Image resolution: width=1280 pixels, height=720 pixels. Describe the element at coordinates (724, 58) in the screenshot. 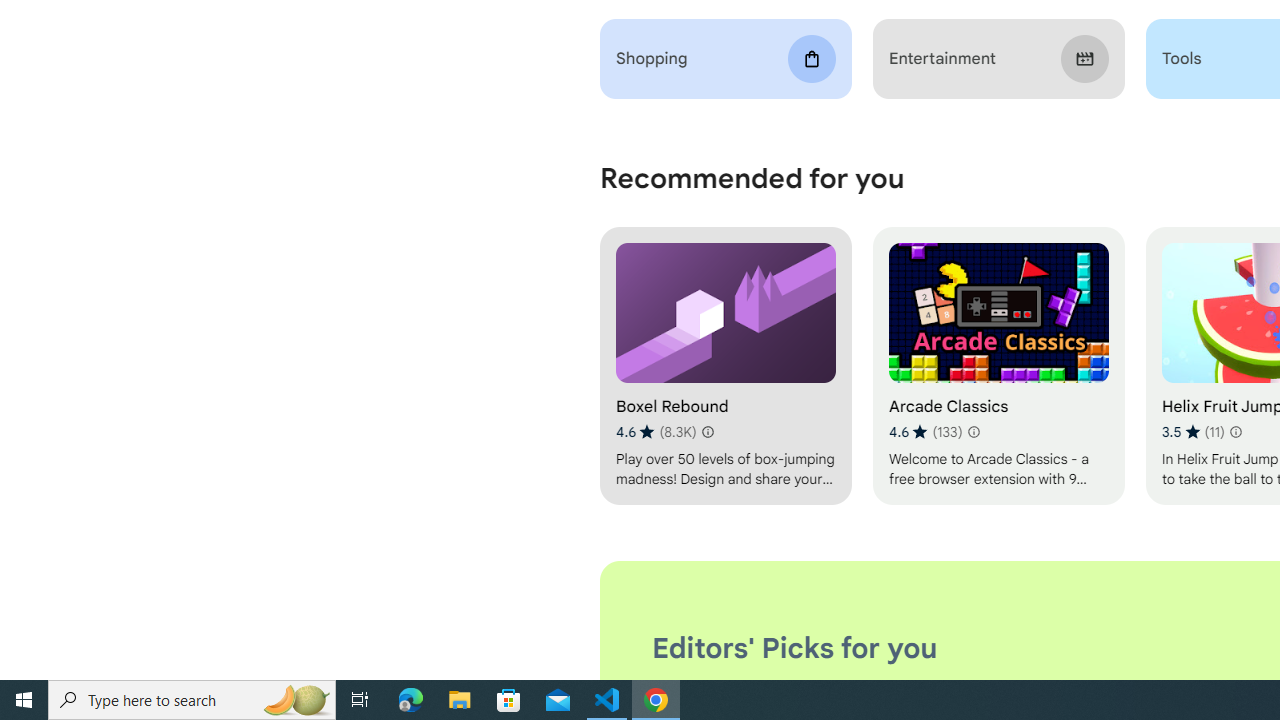

I see `'Shopping'` at that location.